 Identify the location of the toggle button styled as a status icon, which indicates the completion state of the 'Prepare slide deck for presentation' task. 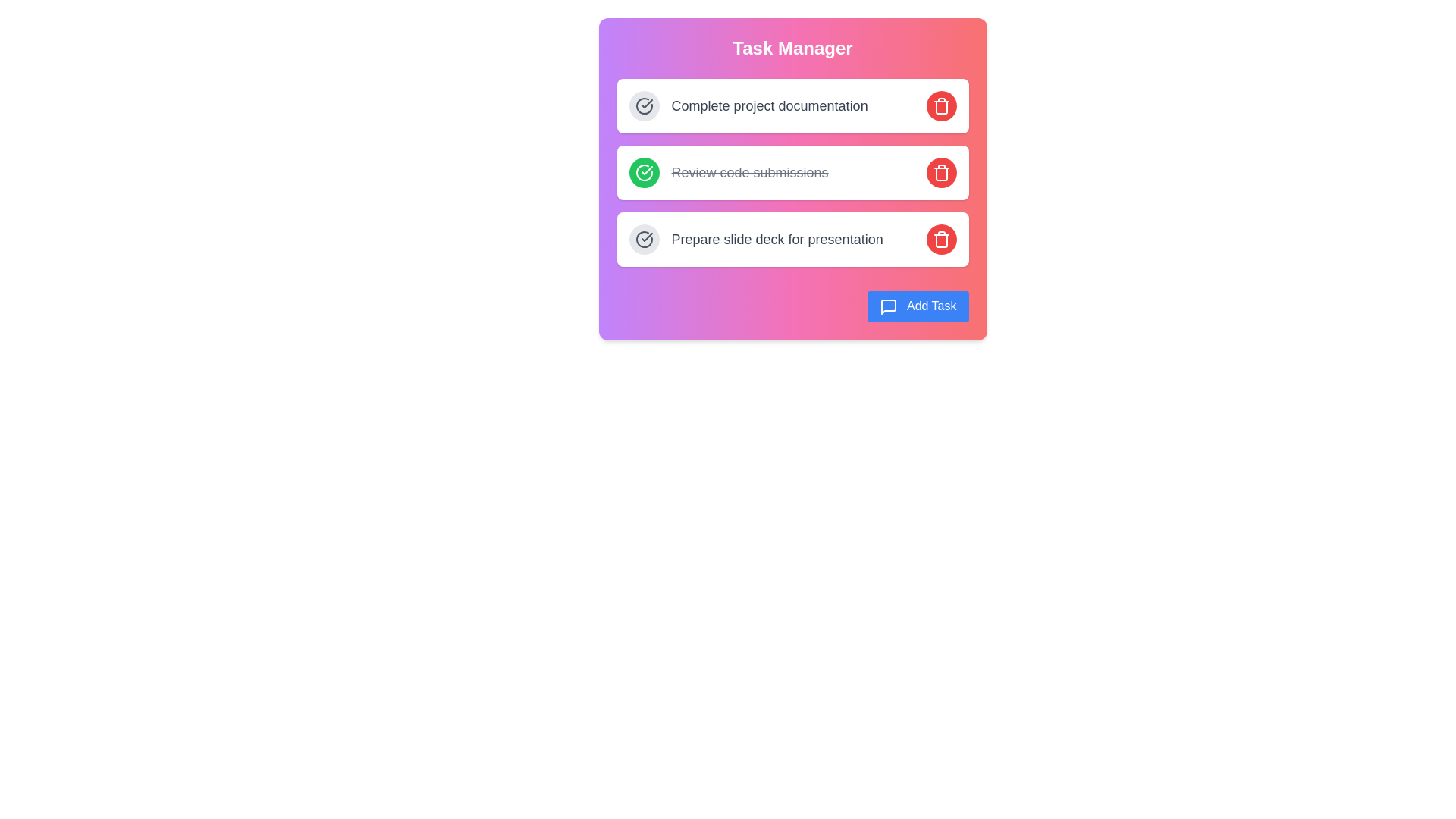
(644, 239).